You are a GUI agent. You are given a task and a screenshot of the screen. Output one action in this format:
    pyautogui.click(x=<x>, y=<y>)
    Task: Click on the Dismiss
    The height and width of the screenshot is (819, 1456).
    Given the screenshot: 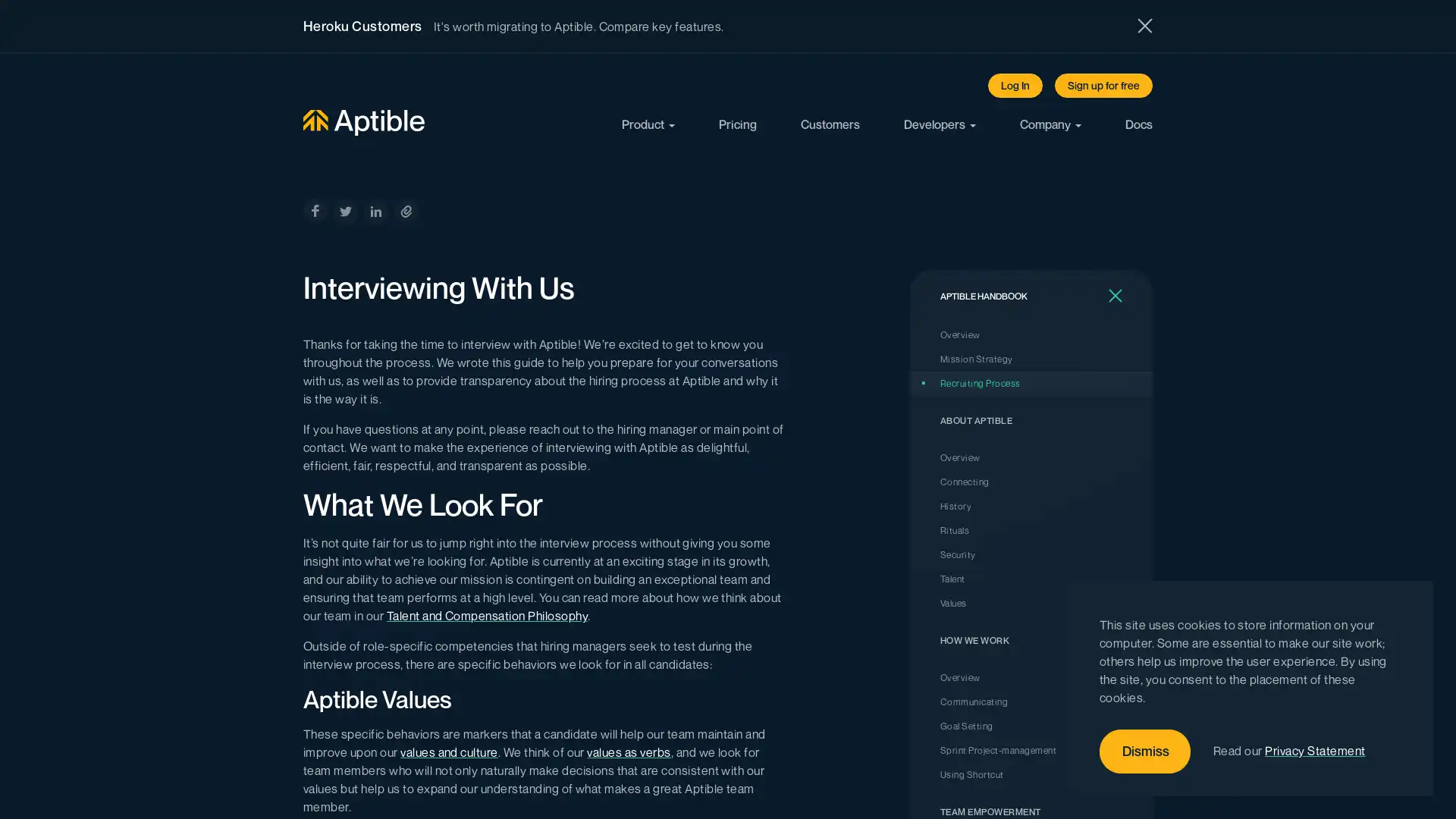 What is the action you would take?
    pyautogui.click(x=1145, y=752)
    